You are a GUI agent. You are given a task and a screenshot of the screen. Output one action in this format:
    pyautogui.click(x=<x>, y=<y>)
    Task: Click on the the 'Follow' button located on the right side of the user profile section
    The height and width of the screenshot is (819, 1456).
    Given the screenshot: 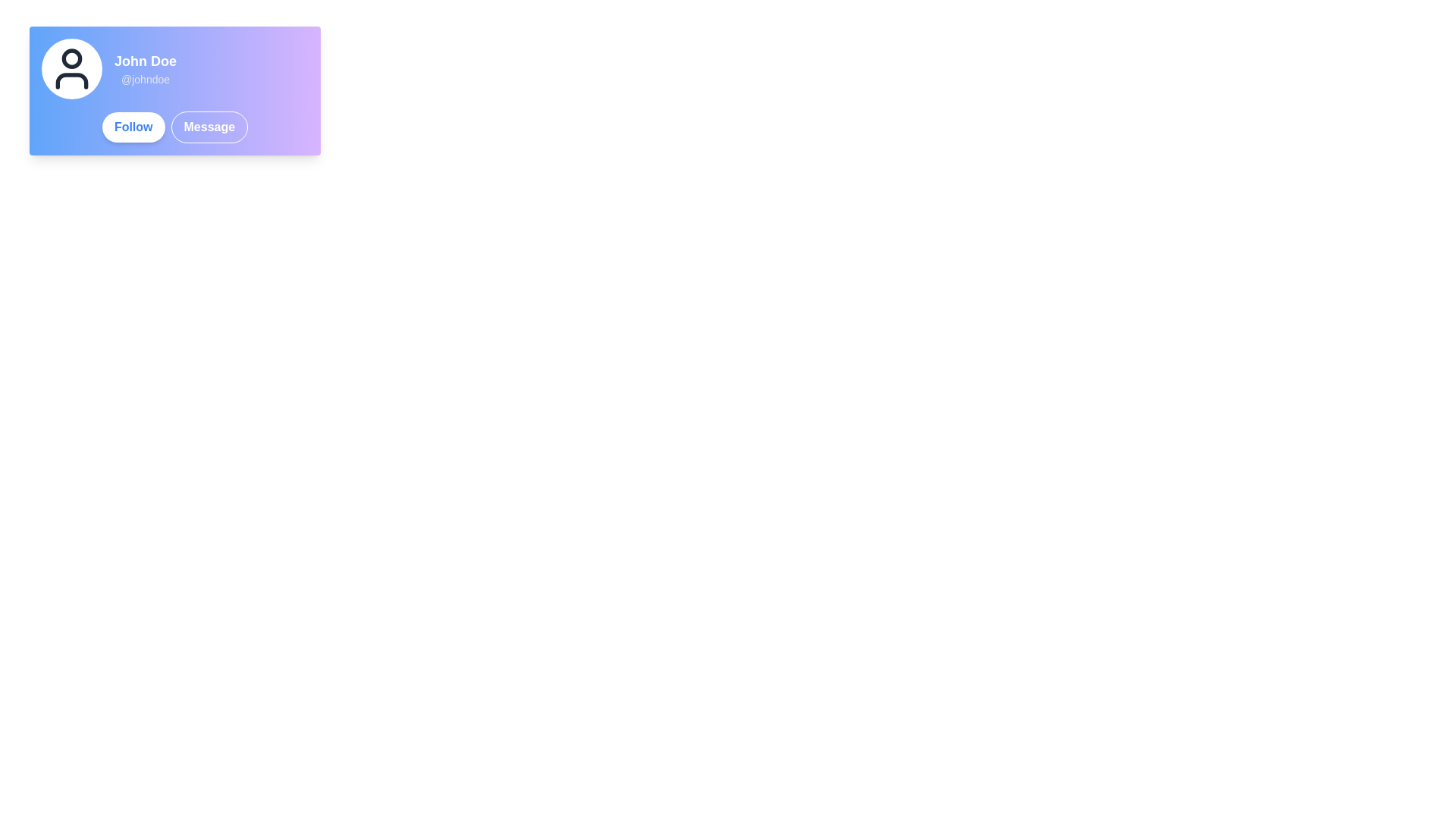 What is the action you would take?
    pyautogui.click(x=133, y=127)
    